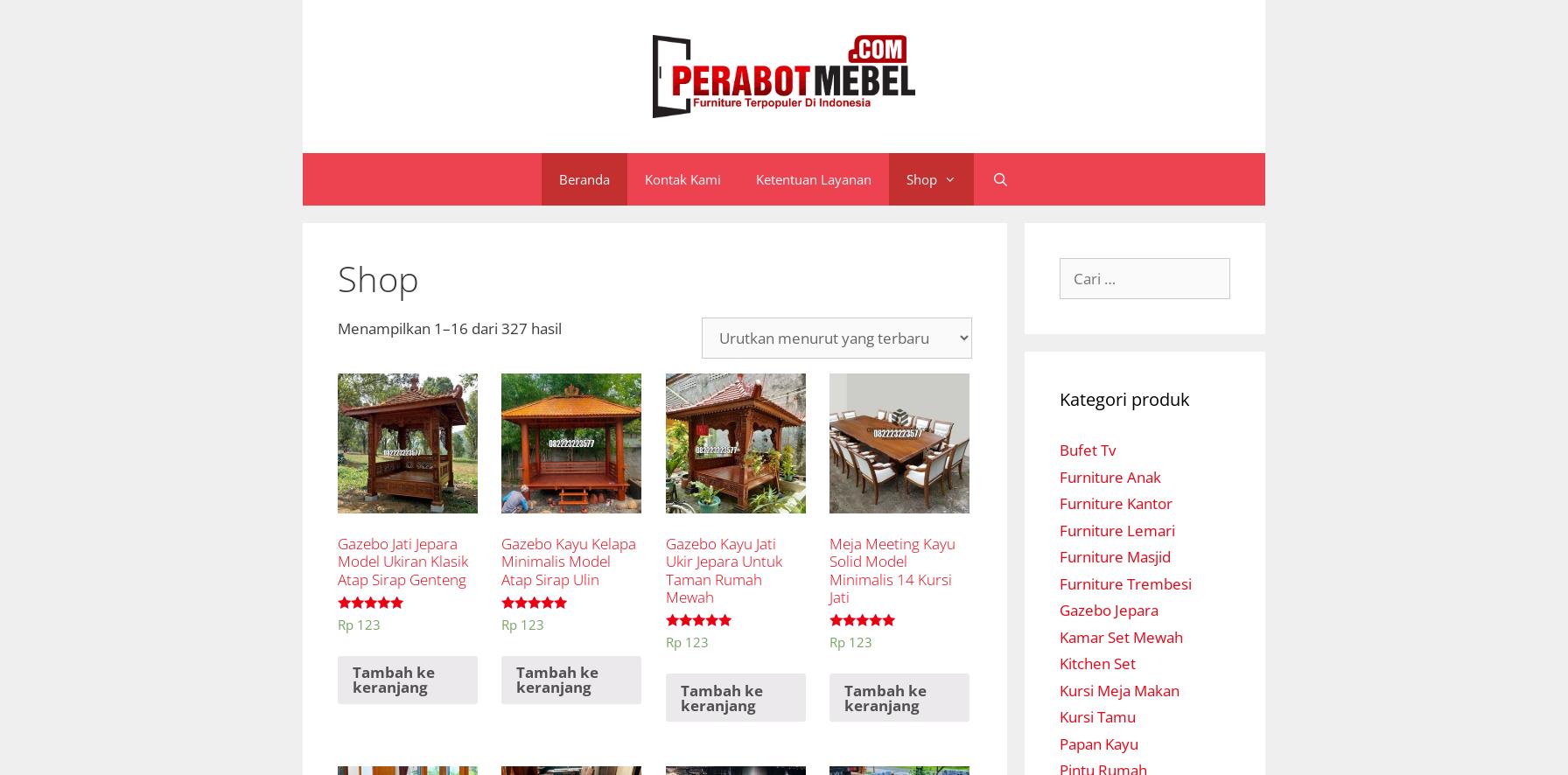 This screenshot has height=775, width=1568. I want to click on 'Papan Kayu', so click(1099, 742).